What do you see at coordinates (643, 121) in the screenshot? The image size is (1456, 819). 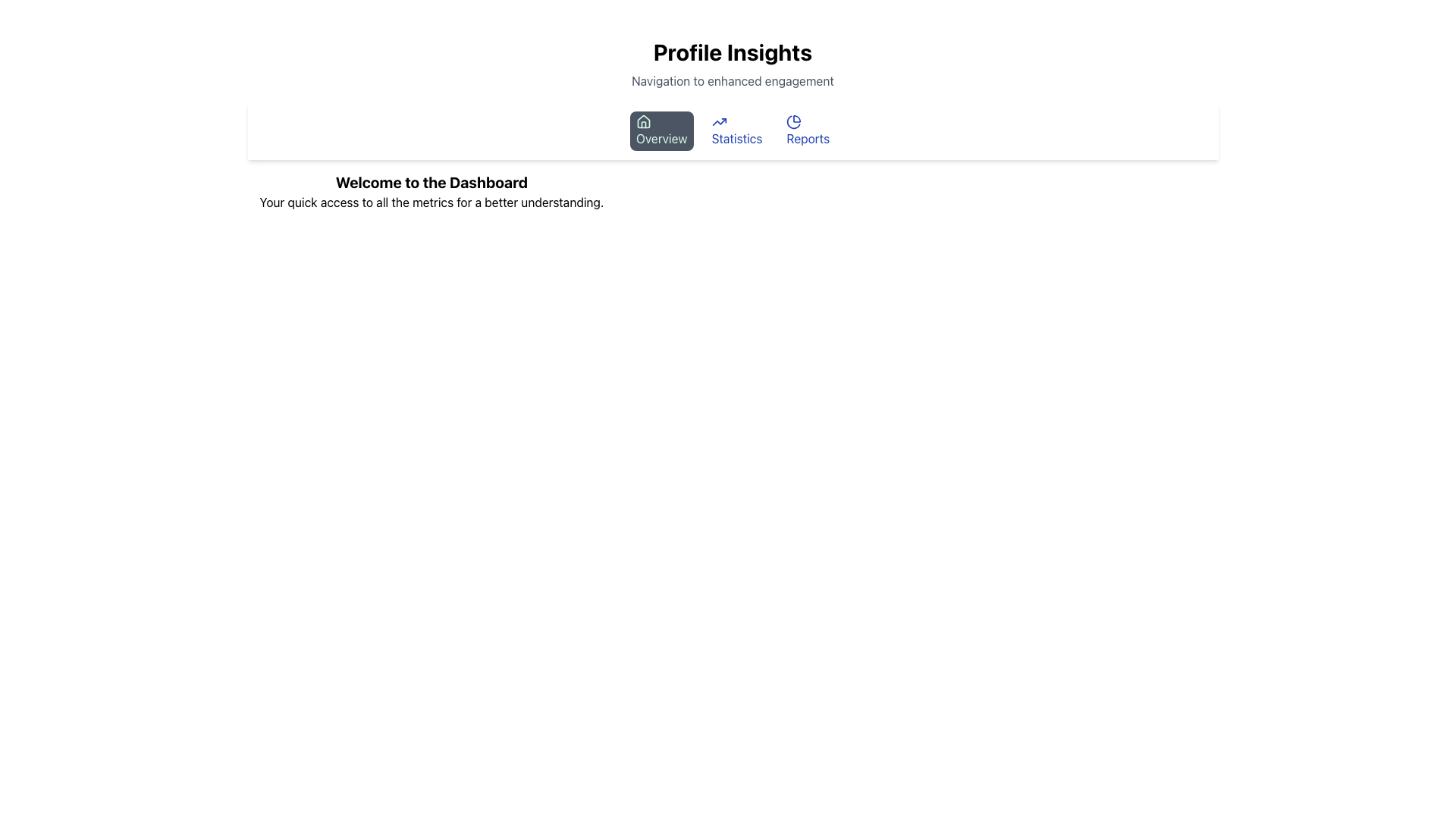 I see `house icon vector graphic located inside the 'Overview' button in the top navigation bar using developer tools` at bounding box center [643, 121].